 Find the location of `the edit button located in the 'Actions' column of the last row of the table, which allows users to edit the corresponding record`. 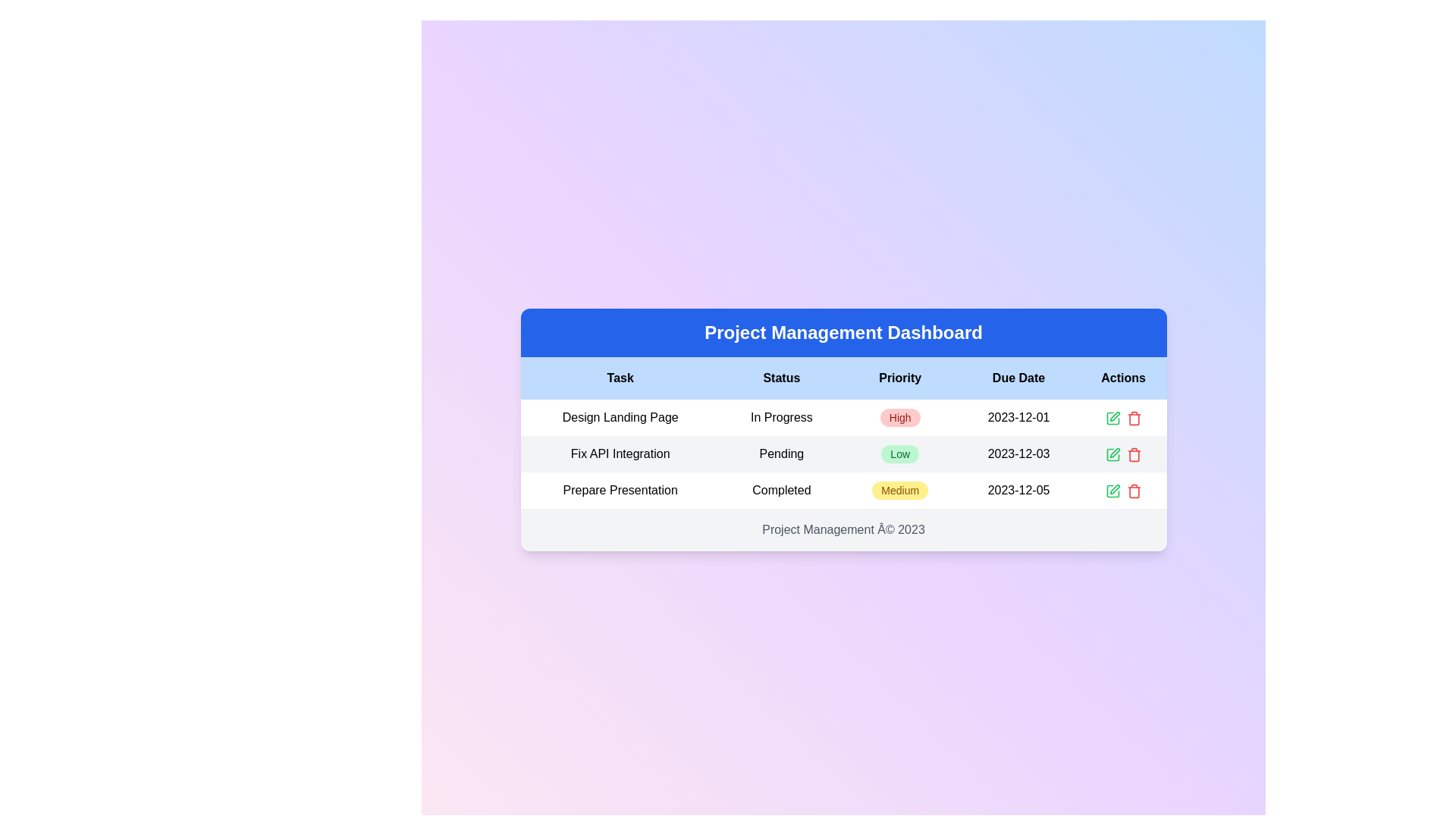

the edit button located in the 'Actions' column of the last row of the table, which allows users to edit the corresponding record is located at coordinates (1112, 491).